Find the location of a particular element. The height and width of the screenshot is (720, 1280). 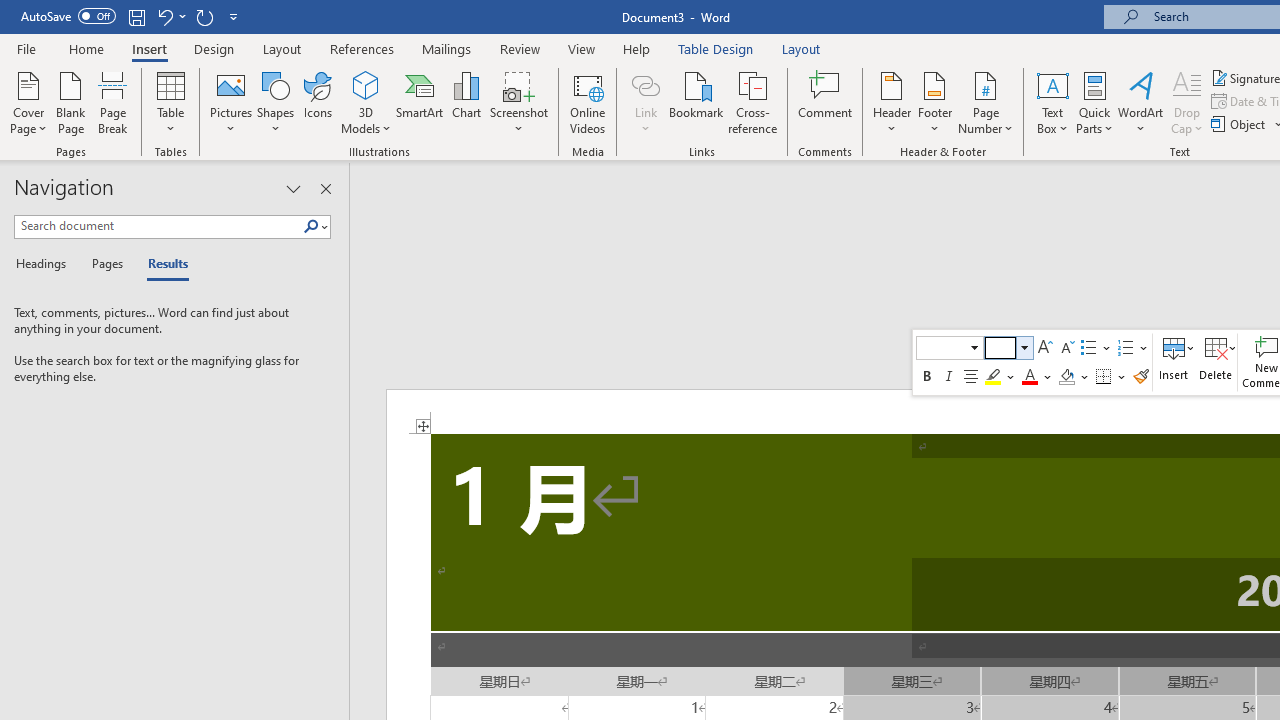

'SmartArt...' is located at coordinates (418, 103).